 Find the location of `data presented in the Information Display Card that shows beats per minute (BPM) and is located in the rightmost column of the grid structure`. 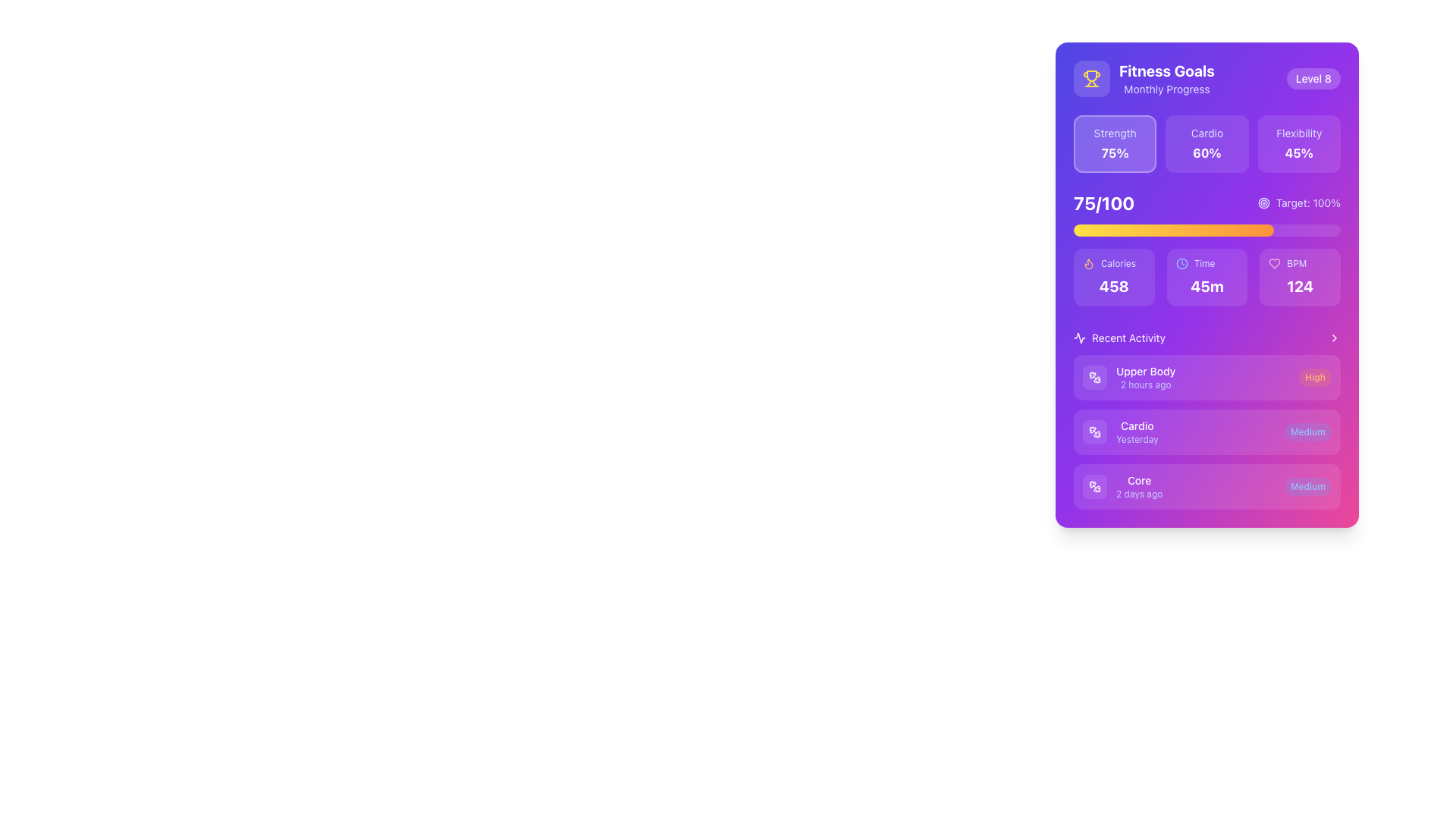

data presented in the Information Display Card that shows beats per minute (BPM) and is located in the rightmost column of the grid structure is located at coordinates (1299, 278).